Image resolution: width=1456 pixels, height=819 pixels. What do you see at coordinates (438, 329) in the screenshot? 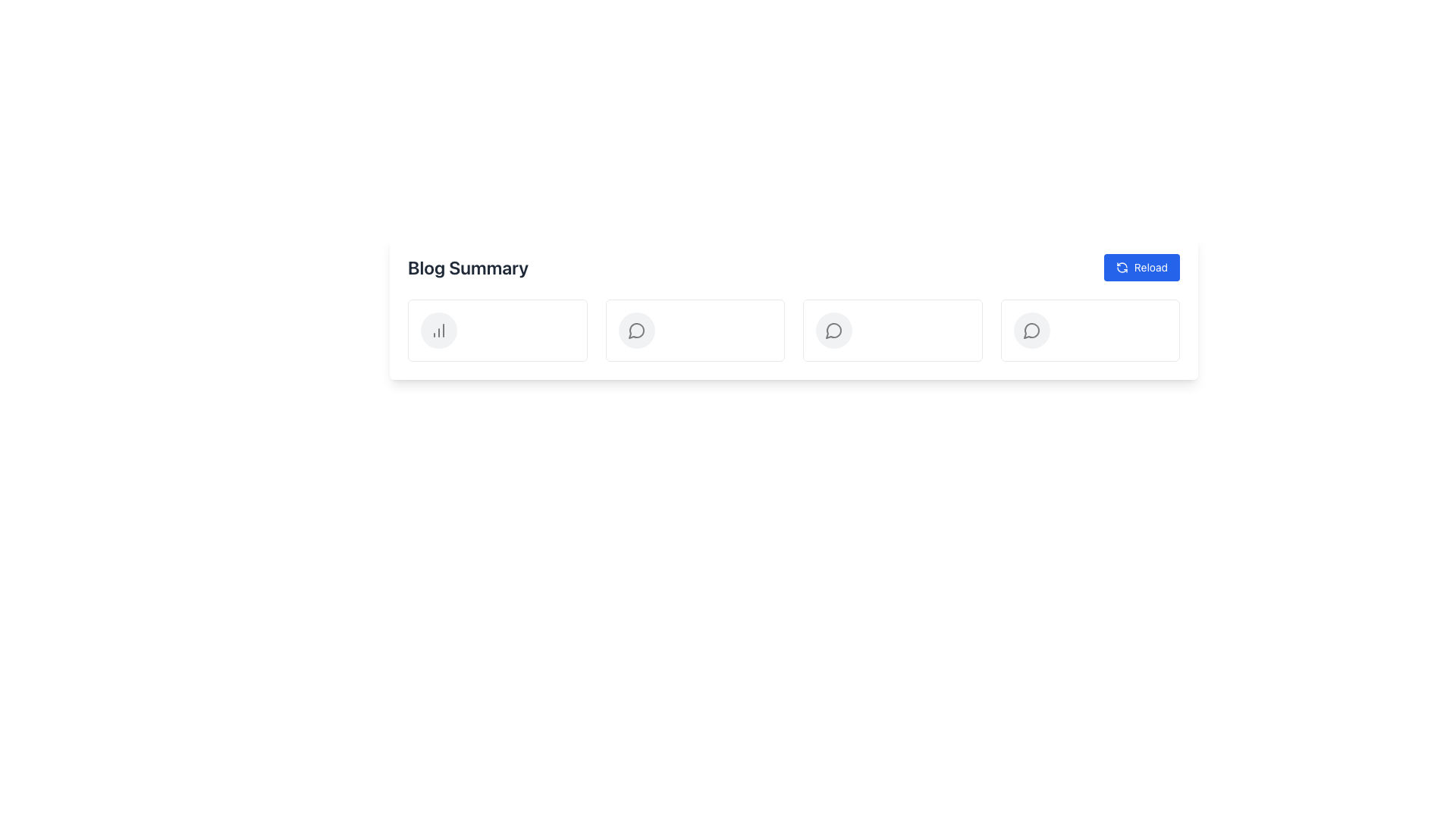
I see `the first circular button that invokes the bar chart feature, located to the left of three similar buttons in the 'Blog Summary' section` at bounding box center [438, 329].